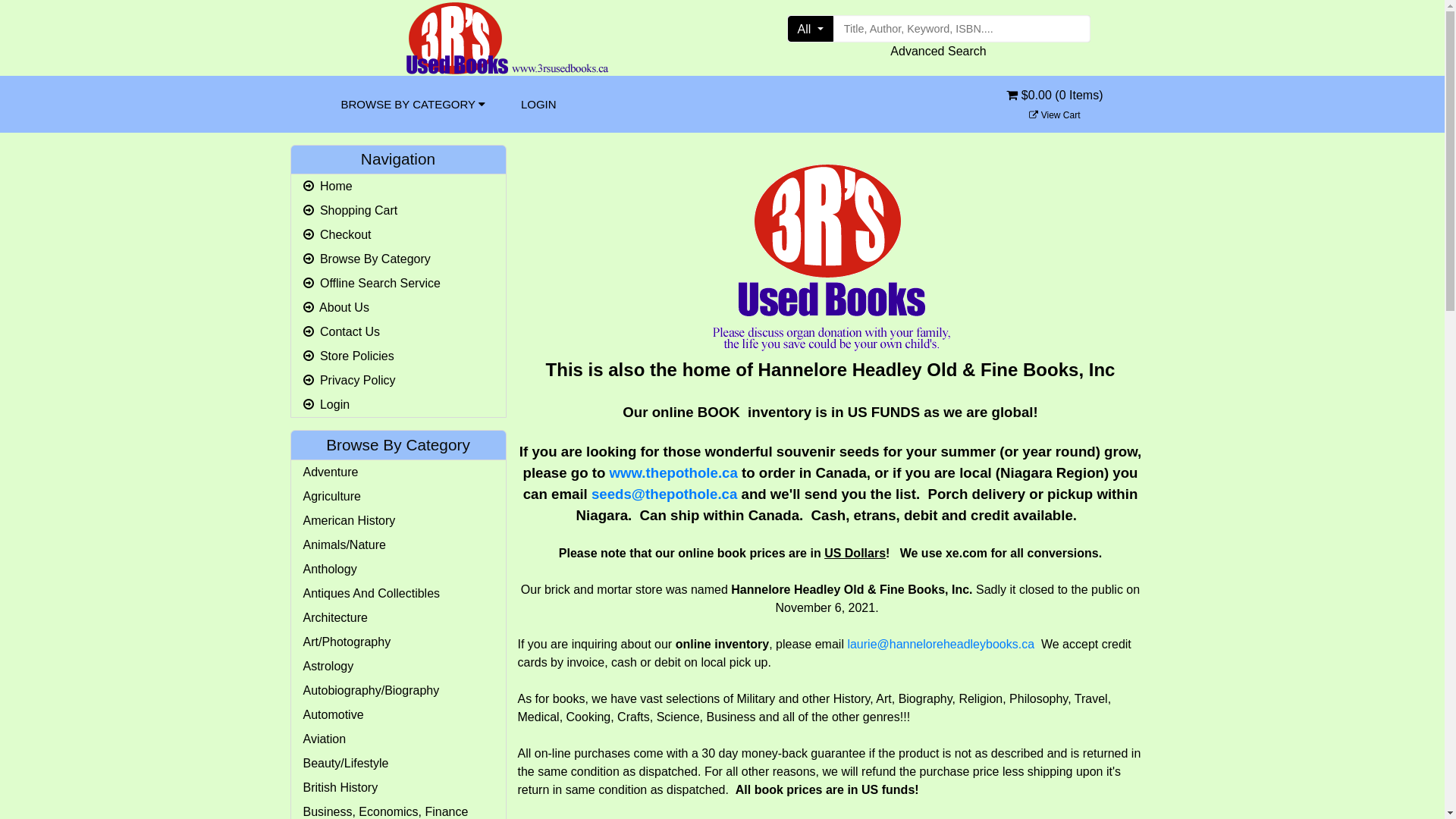 This screenshot has height=819, width=1456. Describe the element at coordinates (509, 103) in the screenshot. I see `'LOGIN'` at that location.